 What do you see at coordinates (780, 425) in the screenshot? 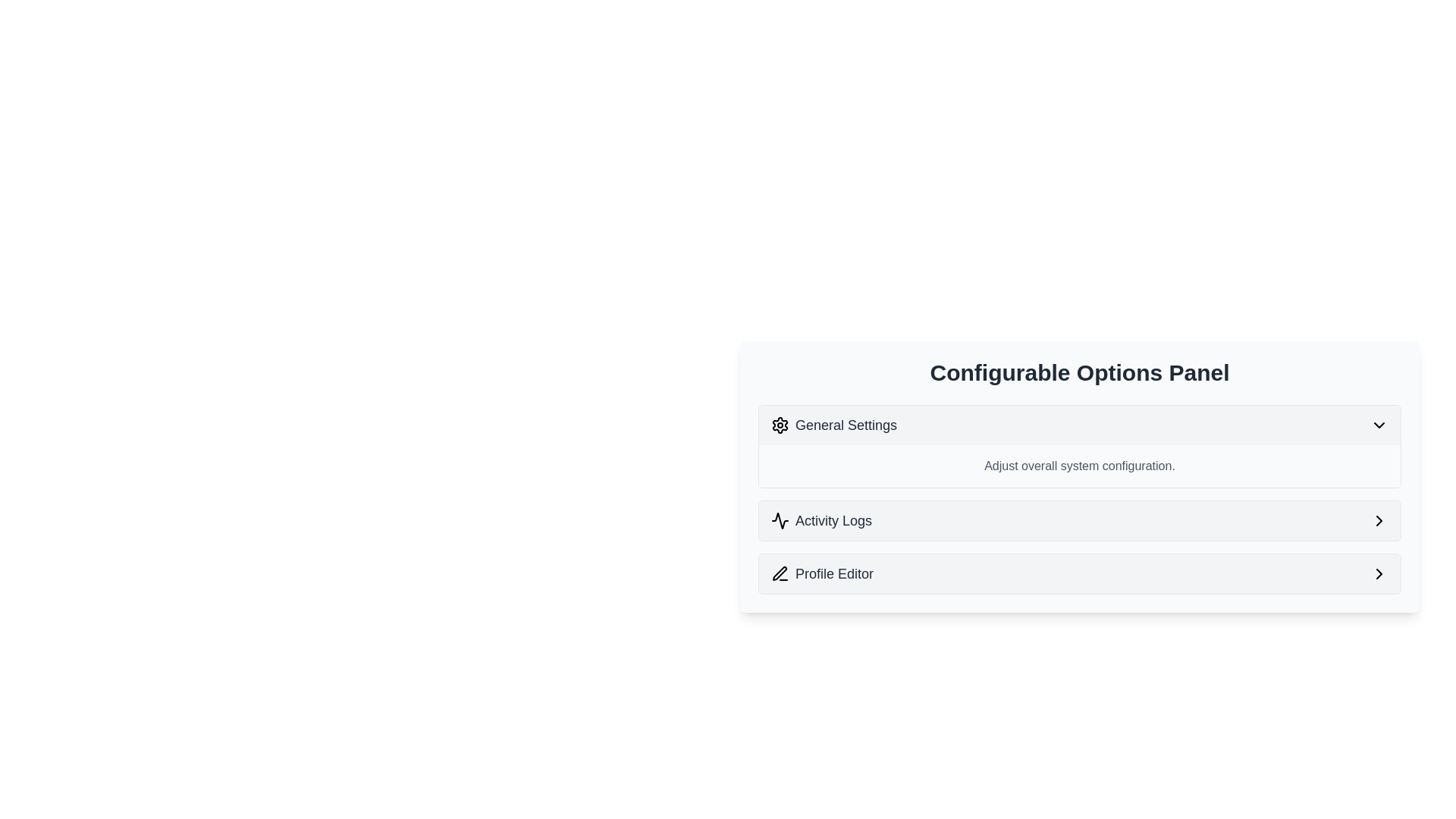
I see `the gear-shaped icon that represents the 'General Settings' menu item, which is located to the left of the 'General Settings' text in the first menu item of the vertical list` at bounding box center [780, 425].